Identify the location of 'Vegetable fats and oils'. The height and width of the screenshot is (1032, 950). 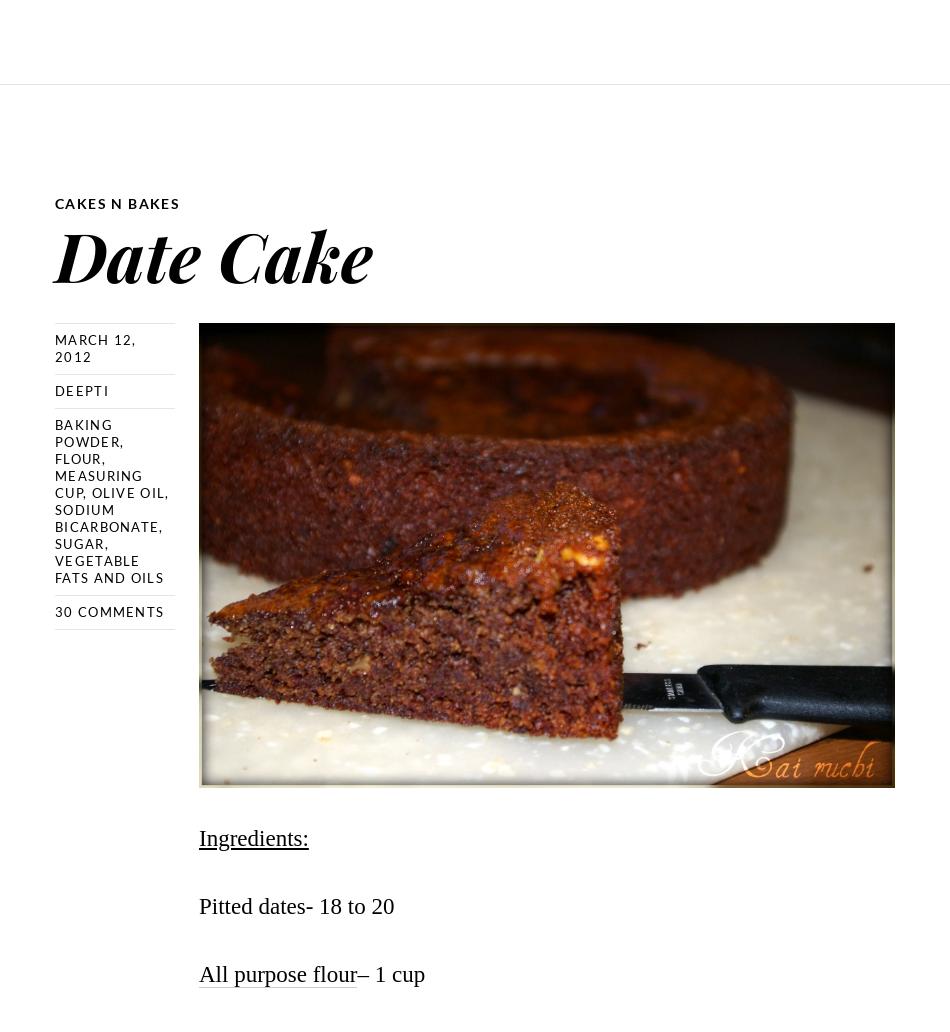
(108, 569).